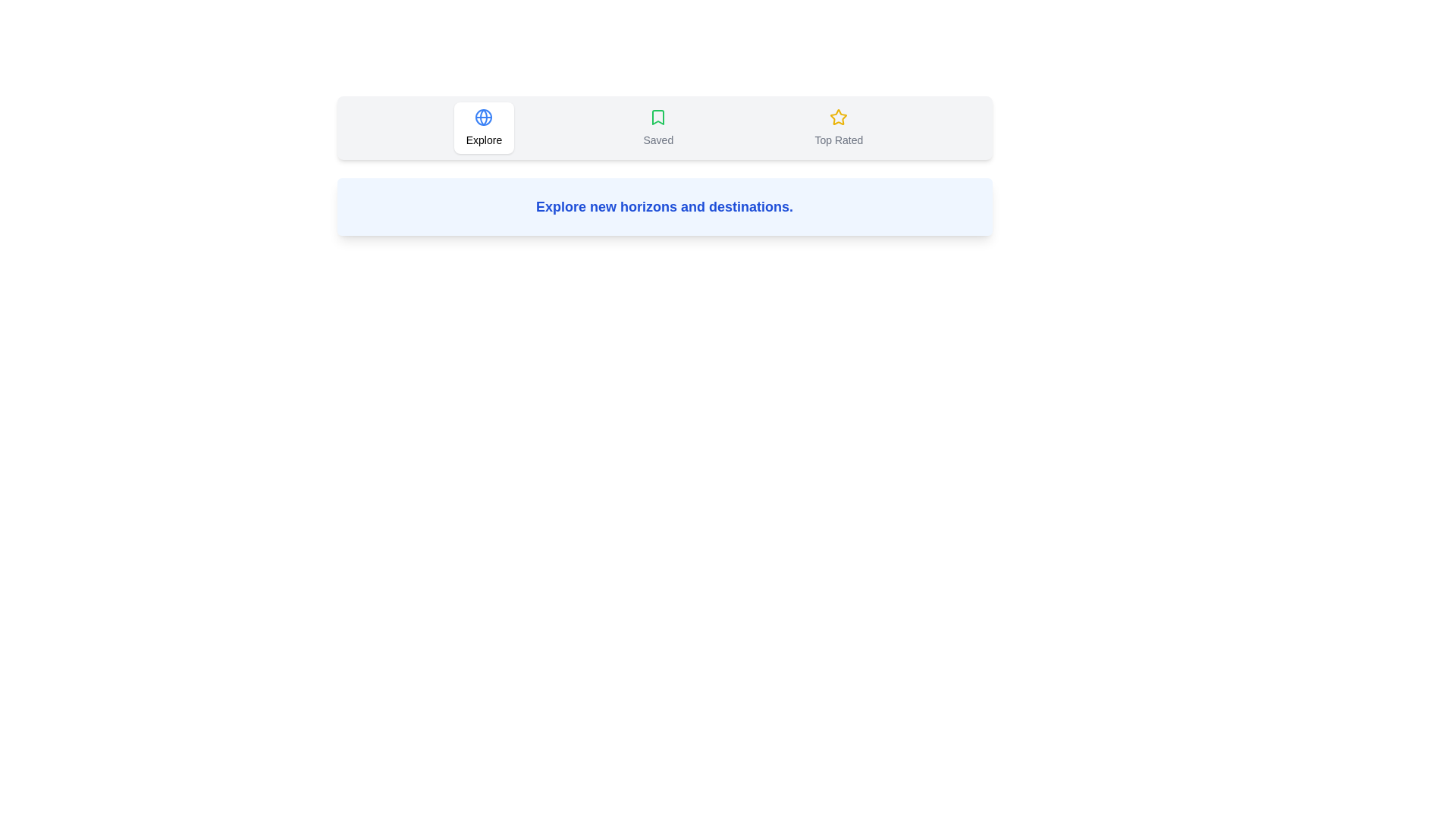  I want to click on the Saved tab, so click(658, 127).